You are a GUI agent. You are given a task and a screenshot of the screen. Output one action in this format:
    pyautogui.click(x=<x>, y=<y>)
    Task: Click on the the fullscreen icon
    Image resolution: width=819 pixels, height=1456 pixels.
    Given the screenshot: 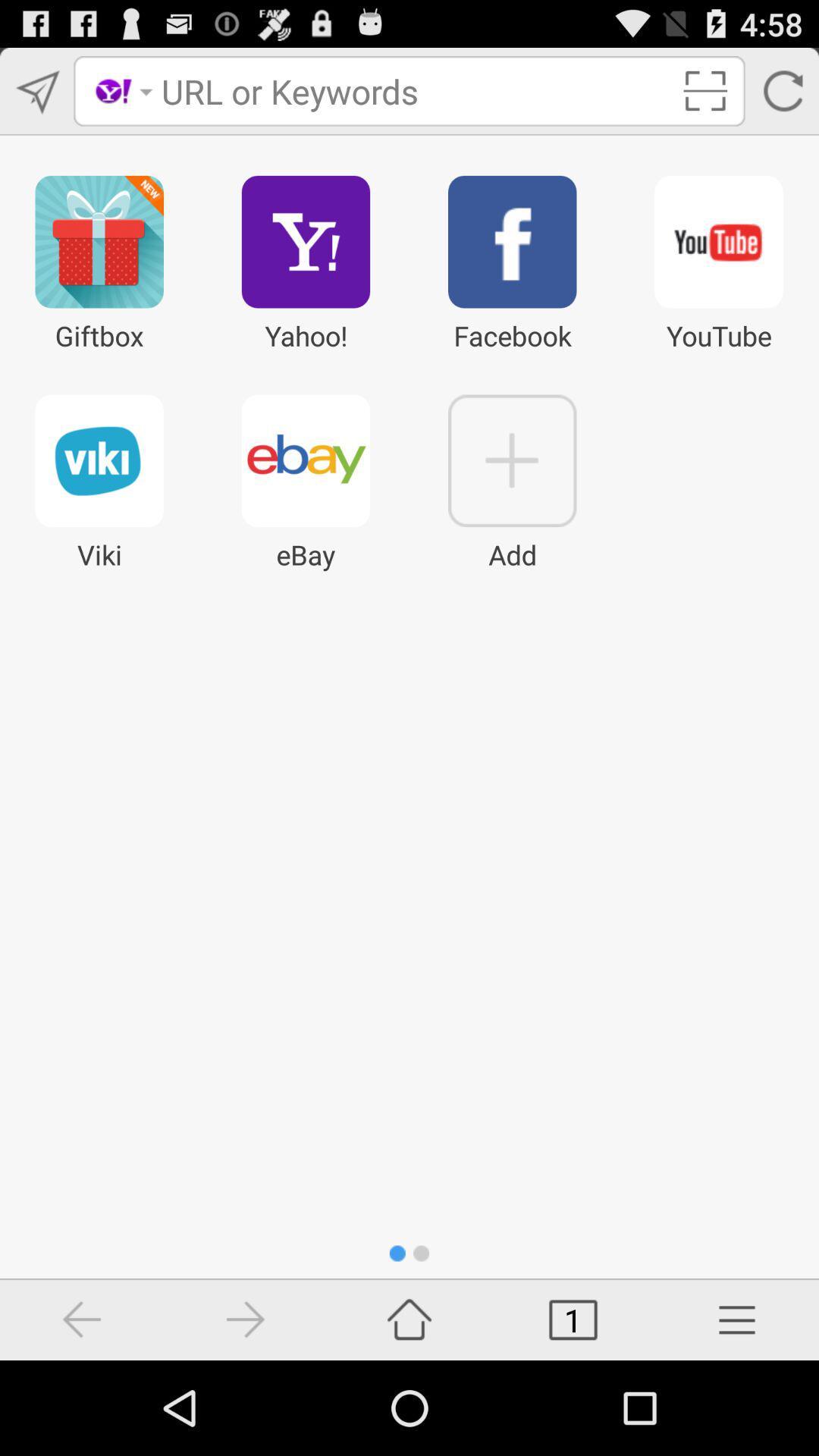 What is the action you would take?
    pyautogui.click(x=699, y=96)
    